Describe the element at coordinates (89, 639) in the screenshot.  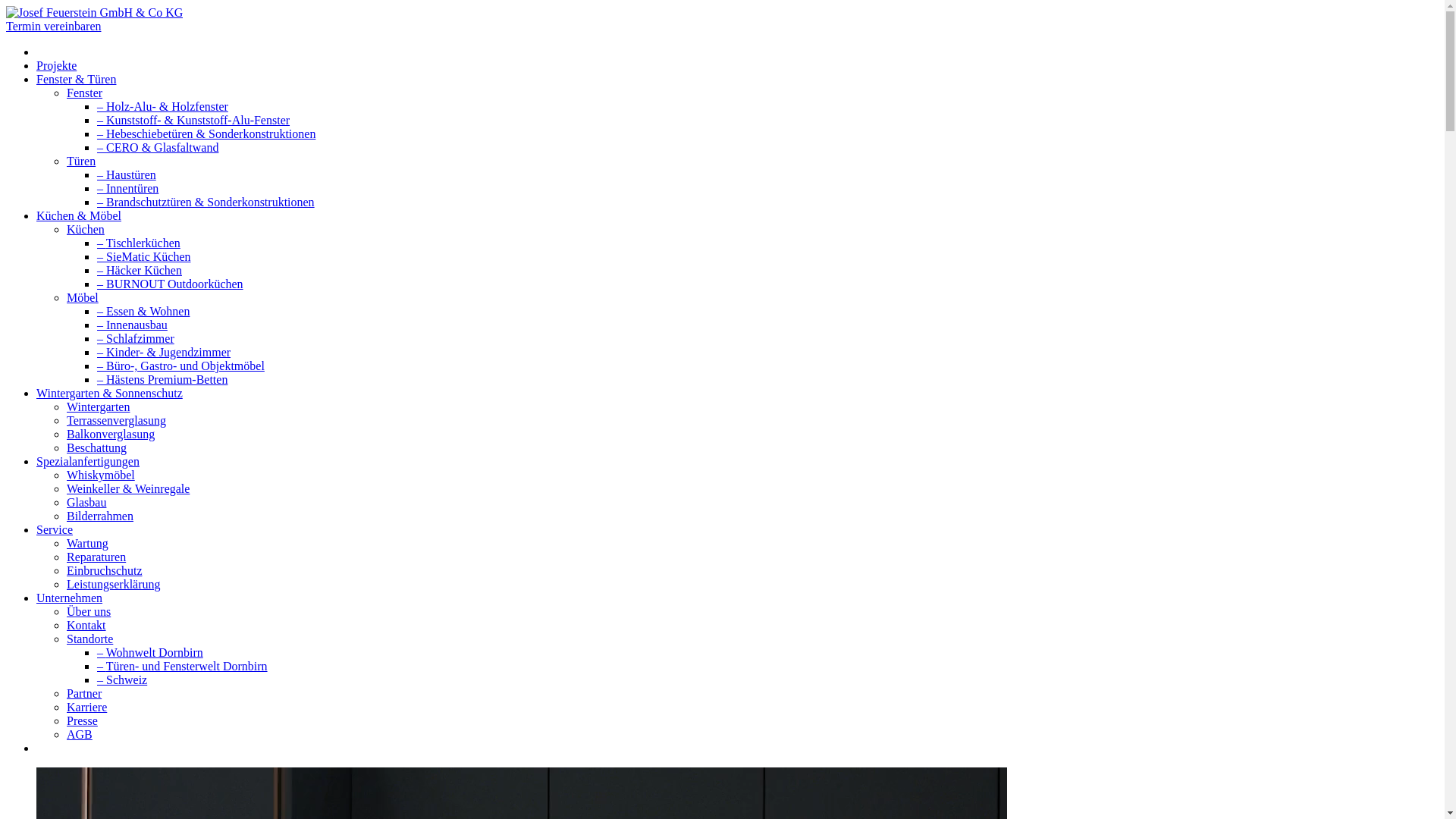
I see `'Standorte'` at that location.